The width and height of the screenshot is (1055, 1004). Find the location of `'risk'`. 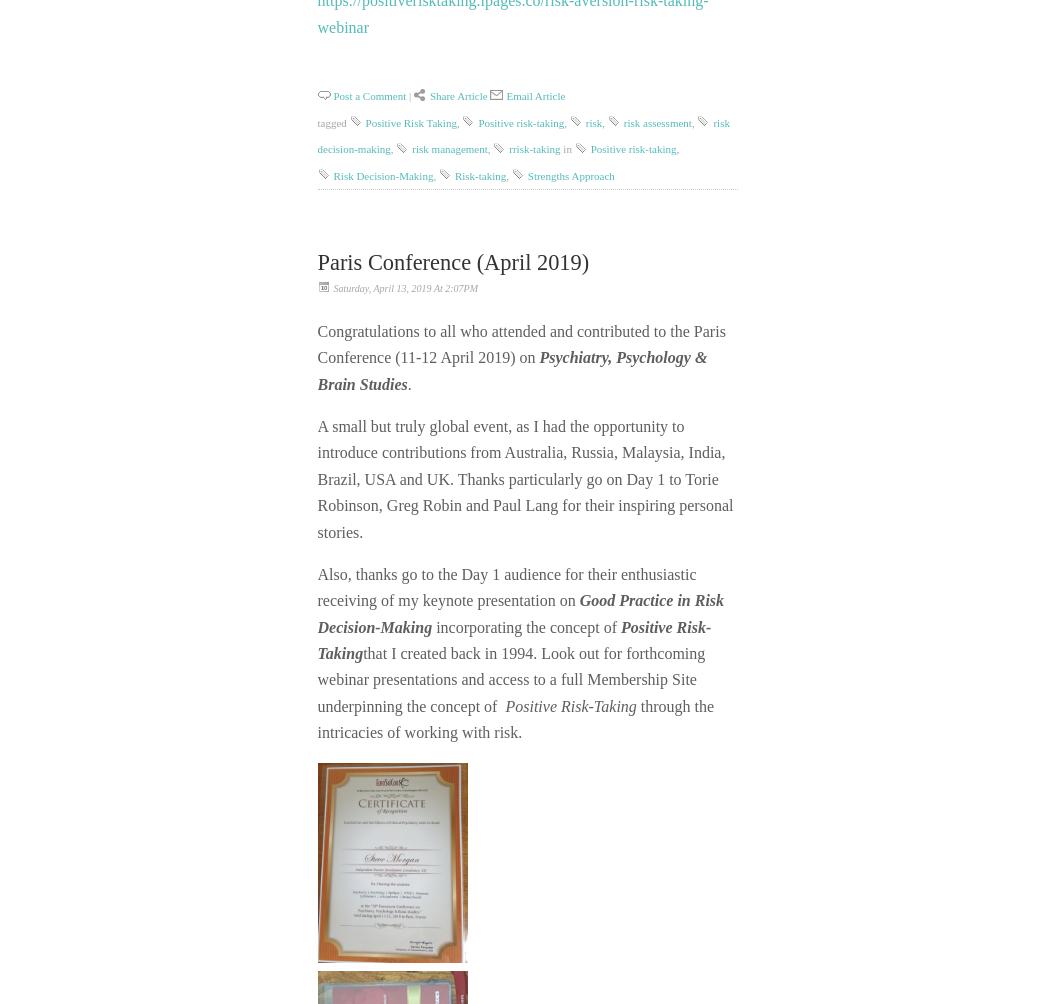

'risk' is located at coordinates (593, 121).